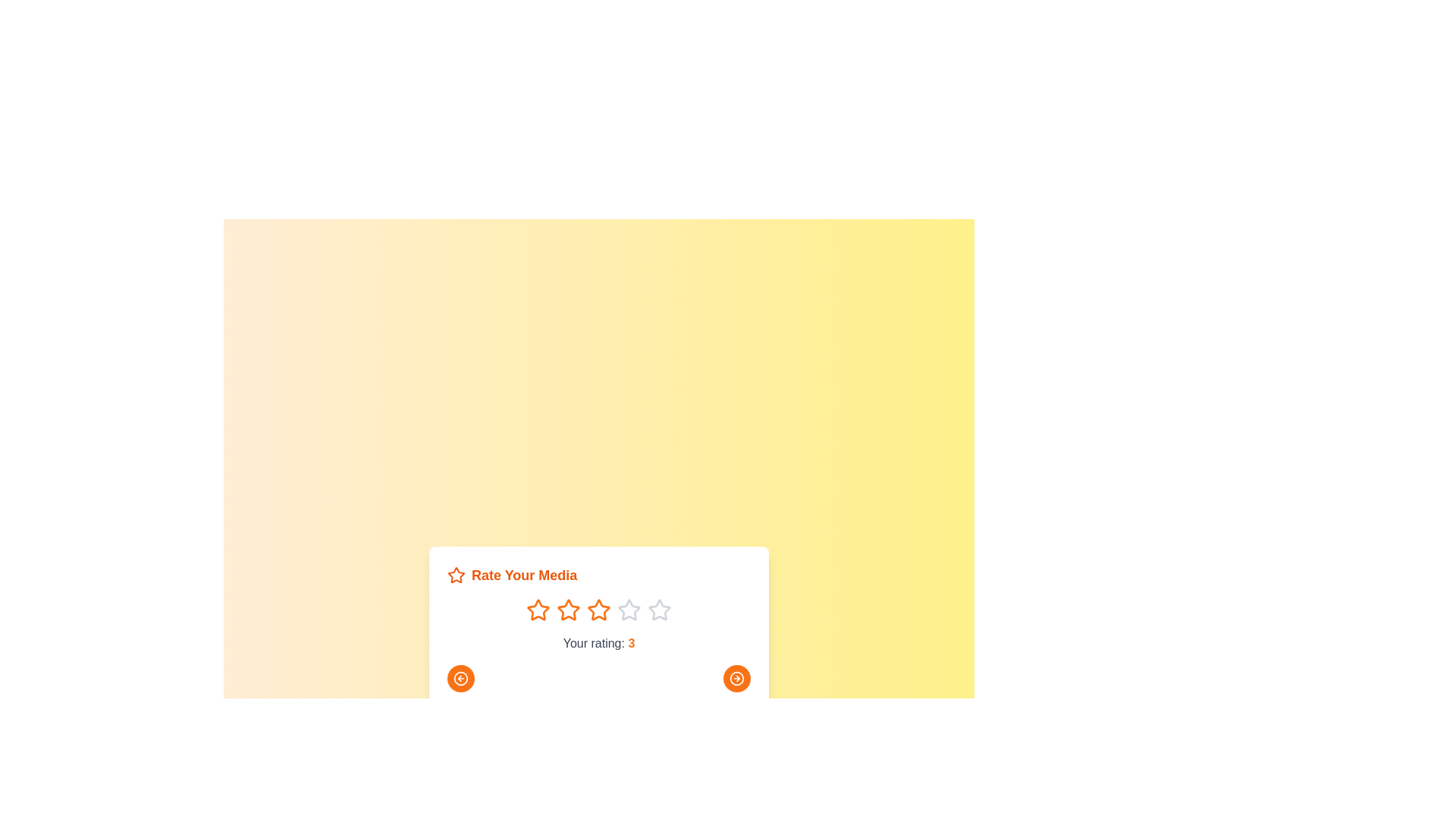  Describe the element at coordinates (538, 610) in the screenshot. I see `the rating to 1 by clicking on the corresponding star` at that location.